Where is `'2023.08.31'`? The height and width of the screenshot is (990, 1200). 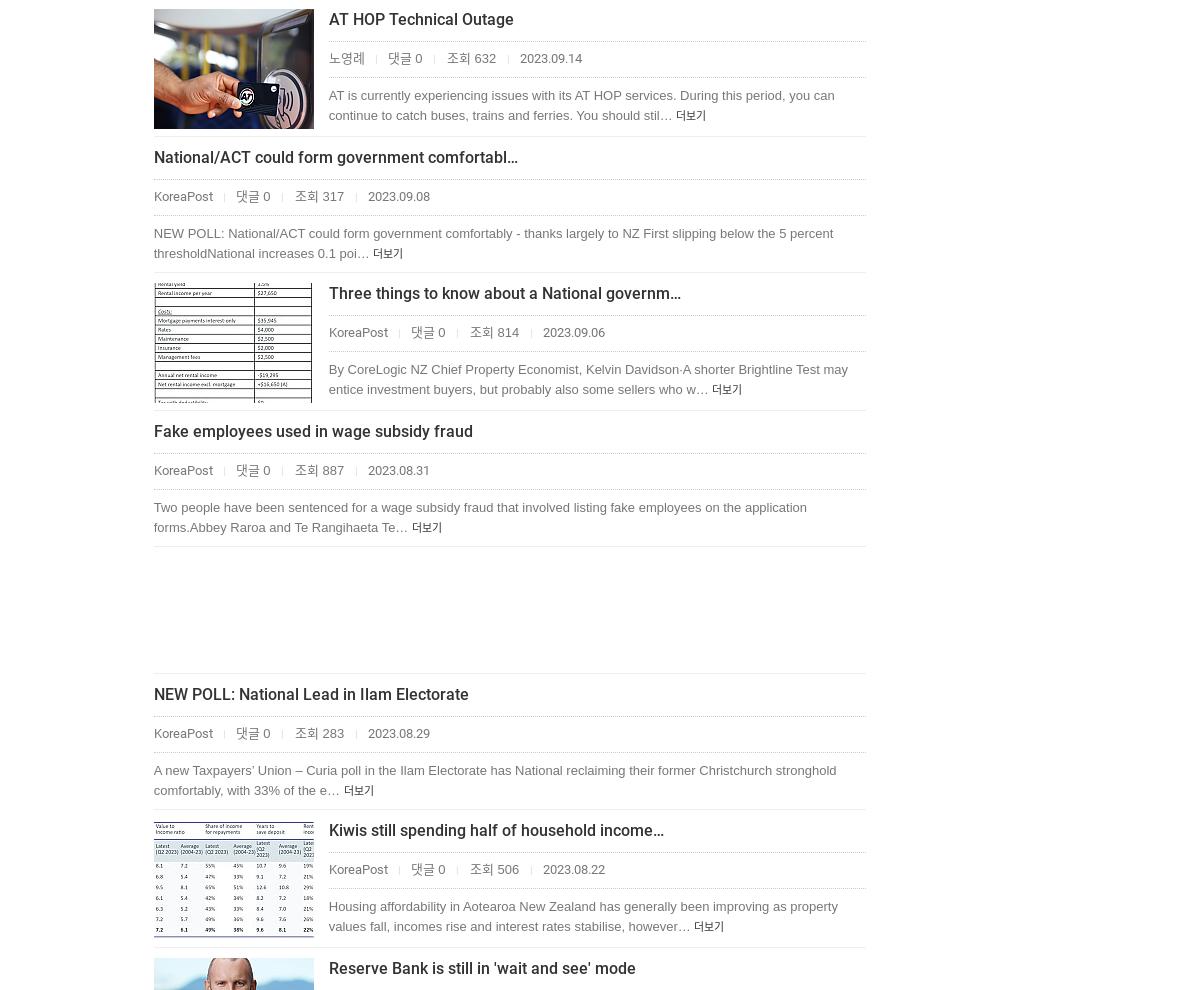
'2023.08.31' is located at coordinates (396, 470).